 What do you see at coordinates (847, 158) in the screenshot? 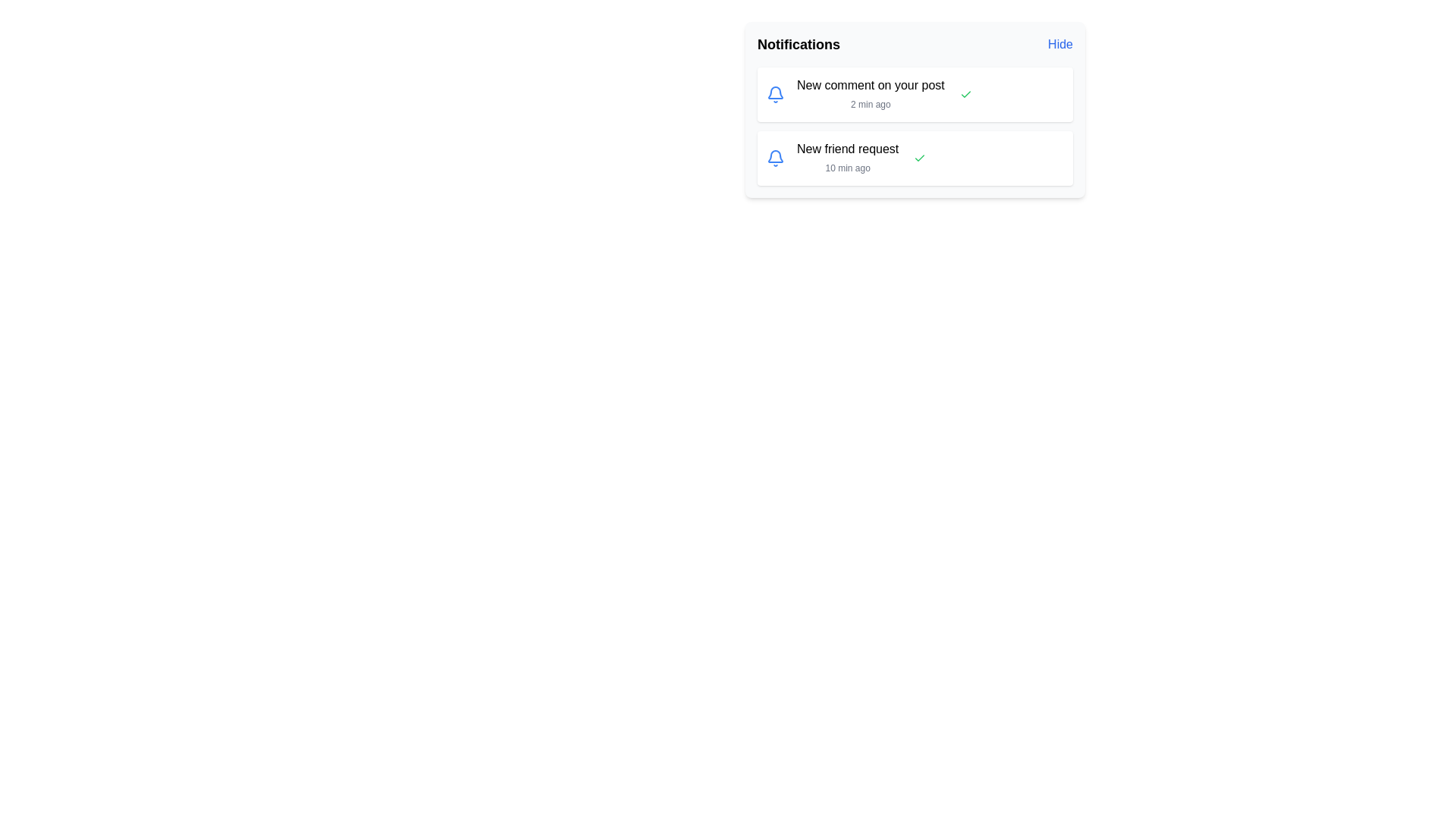
I see `notification titled 'New friend request' displayed in the text label located below the 'New comment on your post' notification` at bounding box center [847, 158].